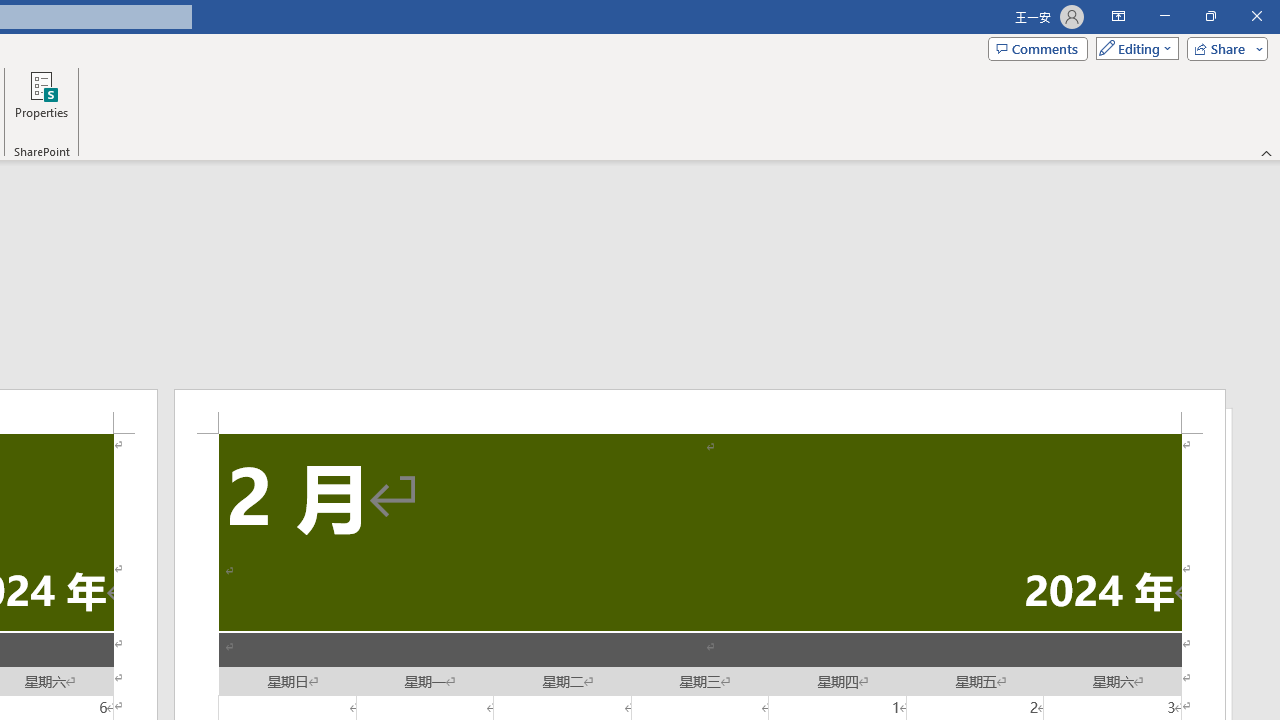 This screenshot has width=1280, height=720. Describe the element at coordinates (1133, 47) in the screenshot. I see `'Mode'` at that location.